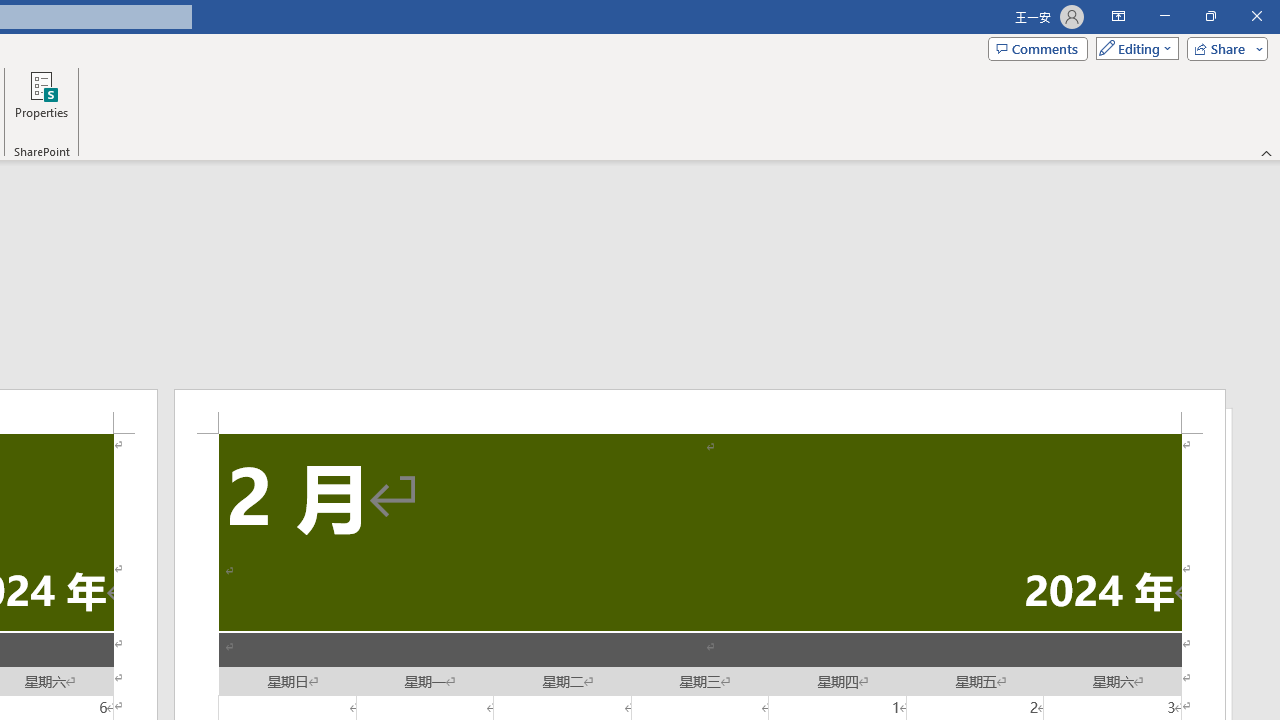 This screenshot has width=1280, height=720. Describe the element at coordinates (1133, 47) in the screenshot. I see `'Mode'` at that location.